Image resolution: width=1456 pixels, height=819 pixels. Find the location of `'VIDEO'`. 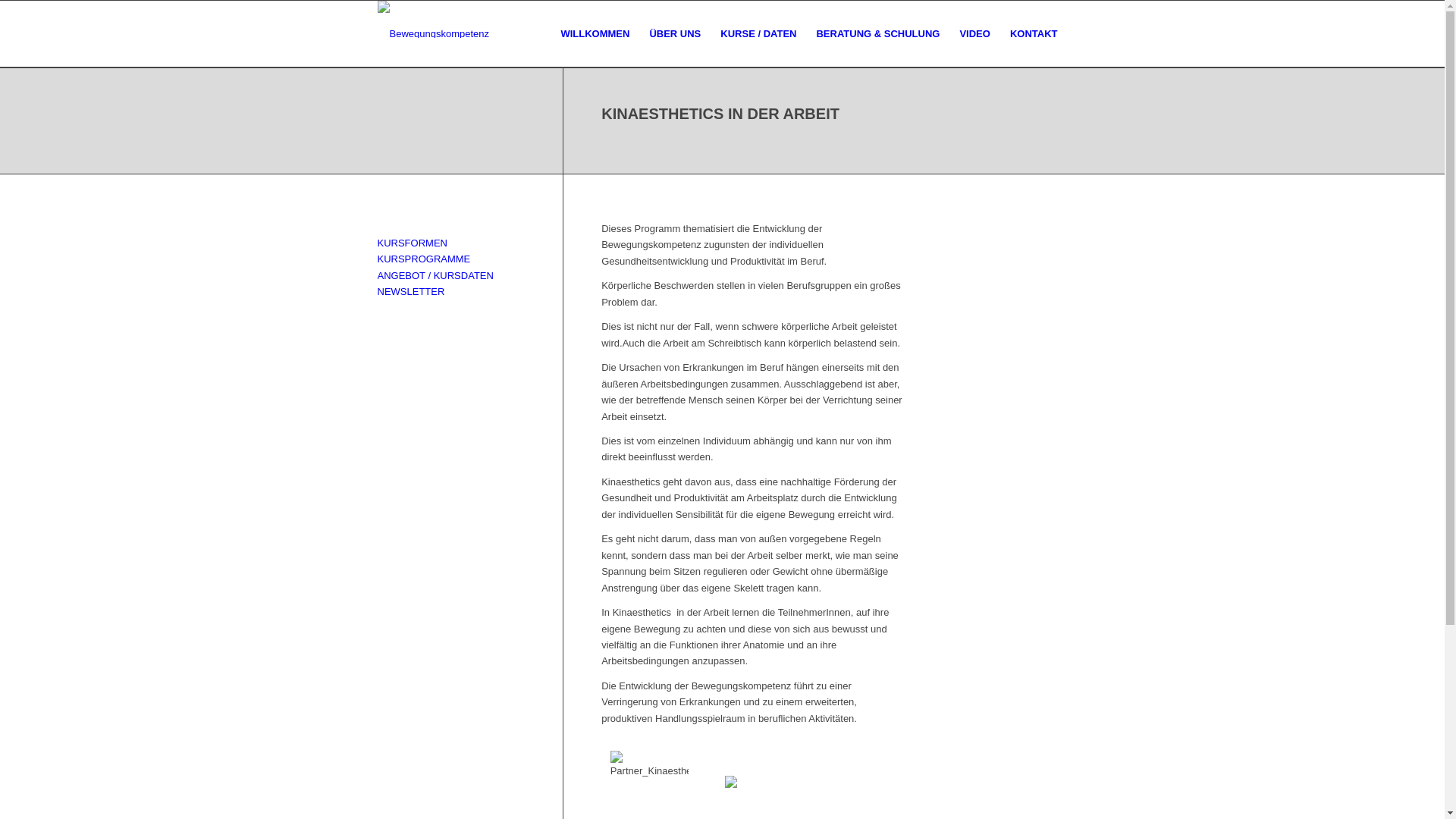

'VIDEO' is located at coordinates (974, 34).